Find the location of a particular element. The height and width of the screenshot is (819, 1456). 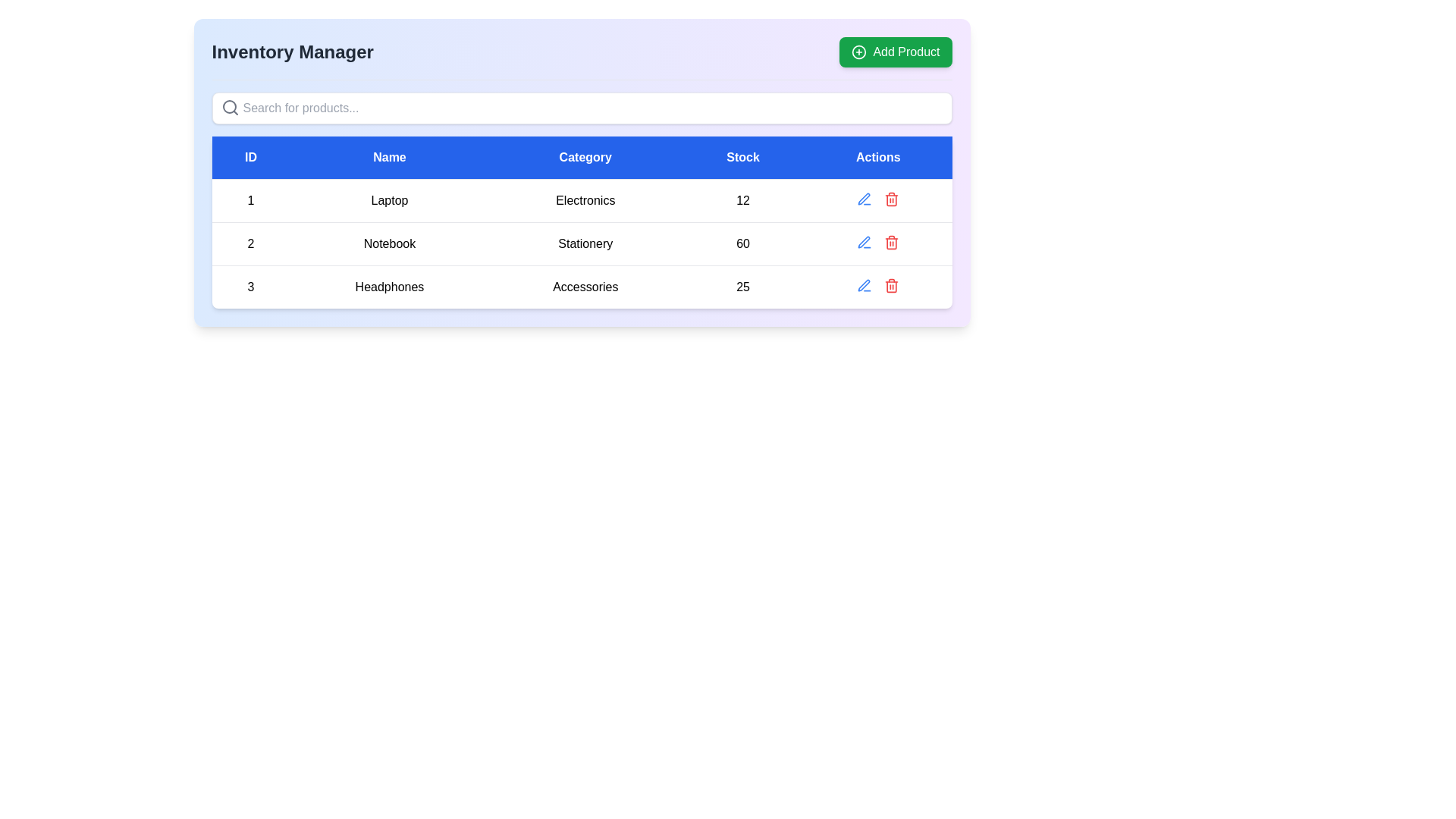

the trash bin icon in the 'Actions' column of the third row is located at coordinates (892, 243).